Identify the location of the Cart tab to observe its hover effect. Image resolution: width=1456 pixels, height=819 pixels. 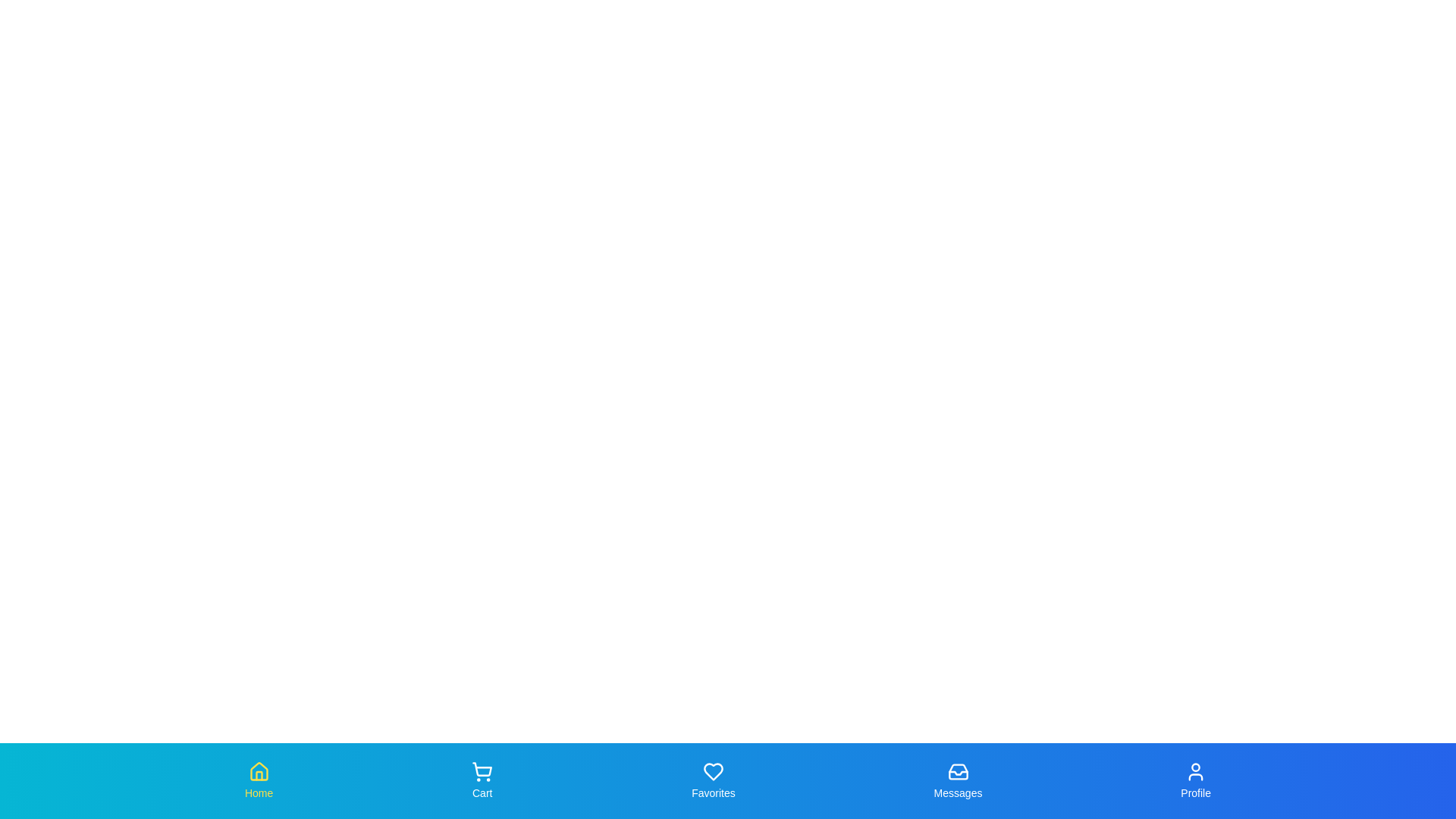
(482, 780).